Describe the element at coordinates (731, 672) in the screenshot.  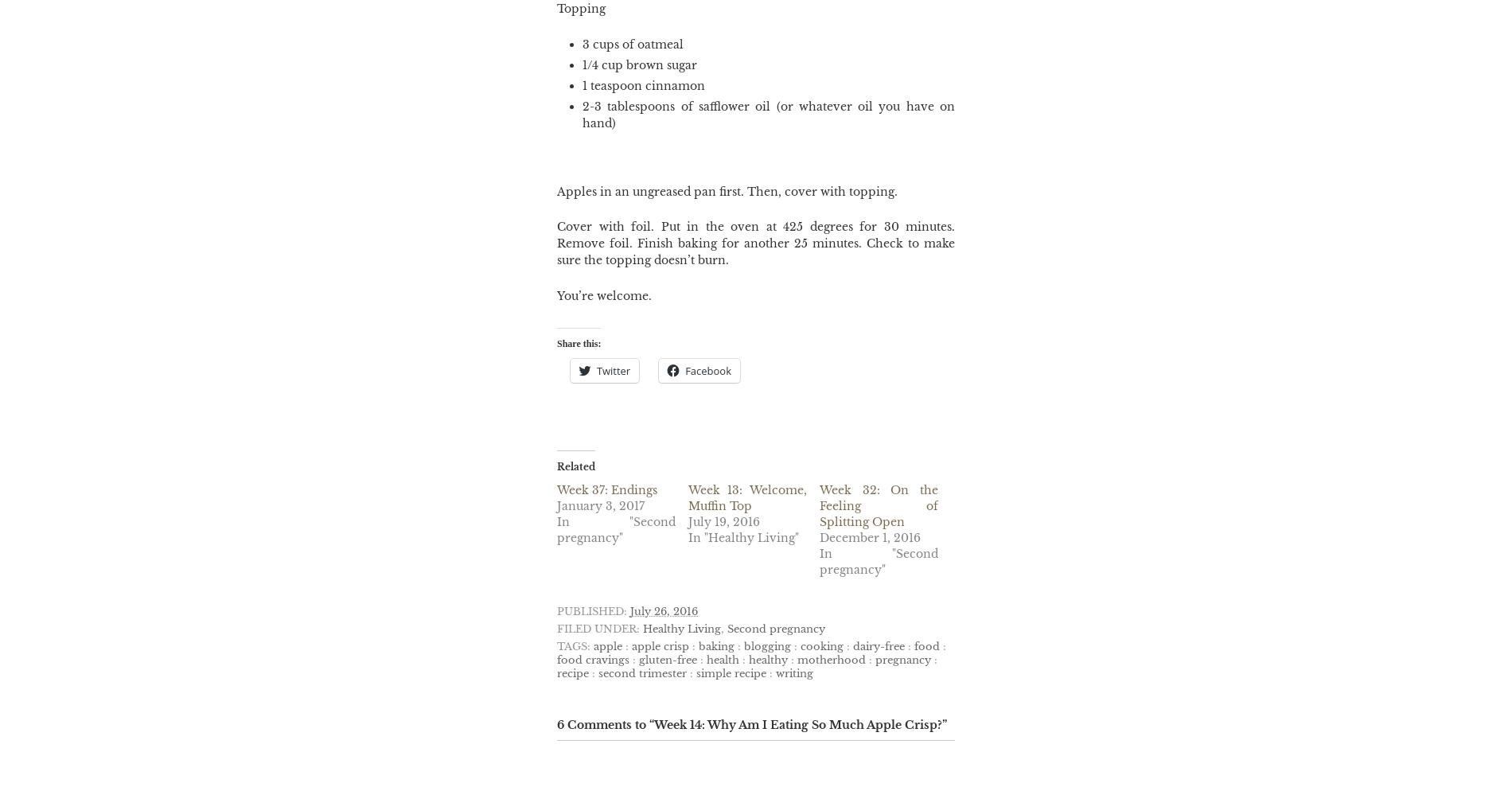
I see `'simple recipe'` at that location.